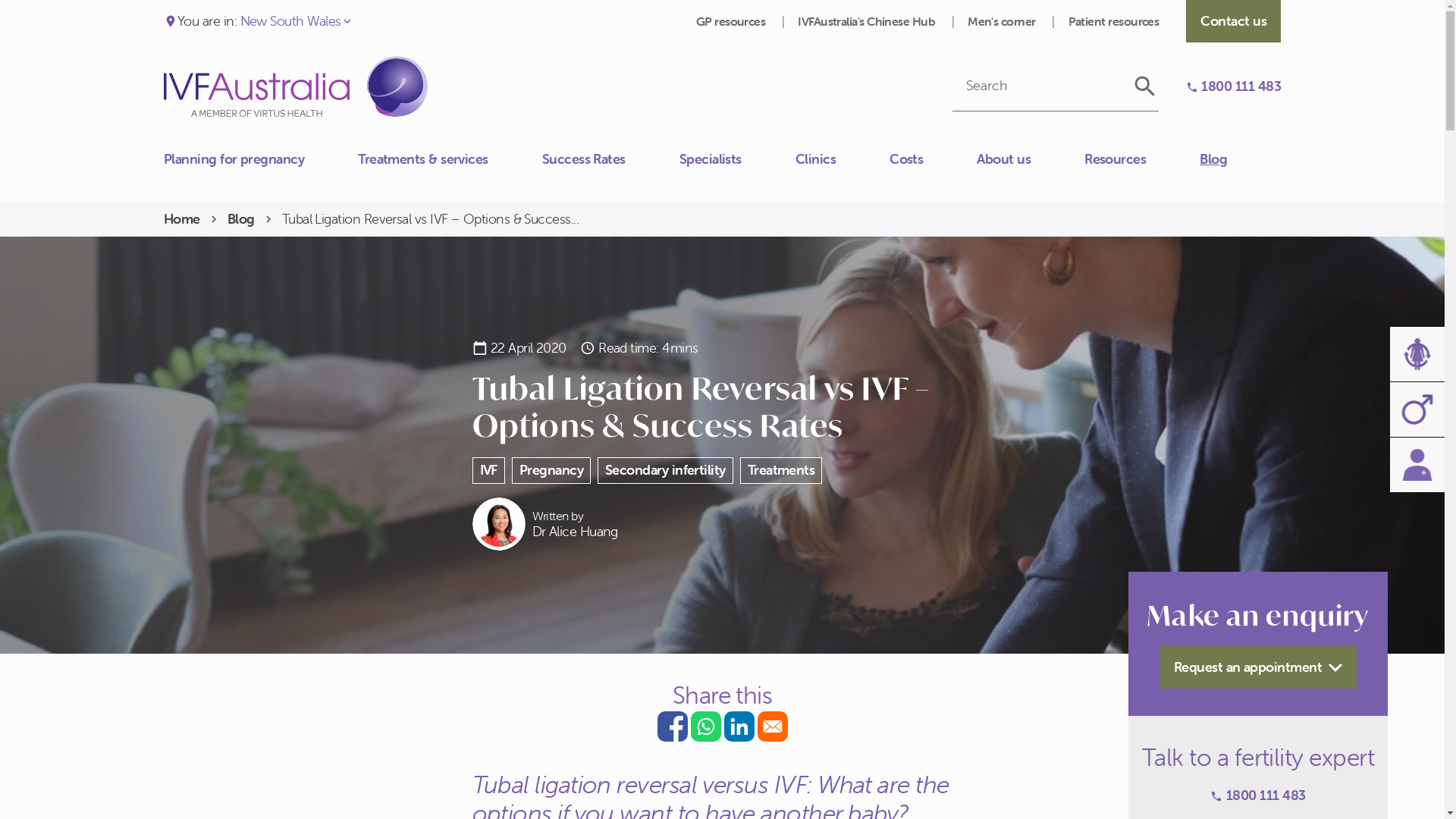 The width and height of the screenshot is (1456, 819). Describe the element at coordinates (1030, 158) in the screenshot. I see `'About us'` at that location.